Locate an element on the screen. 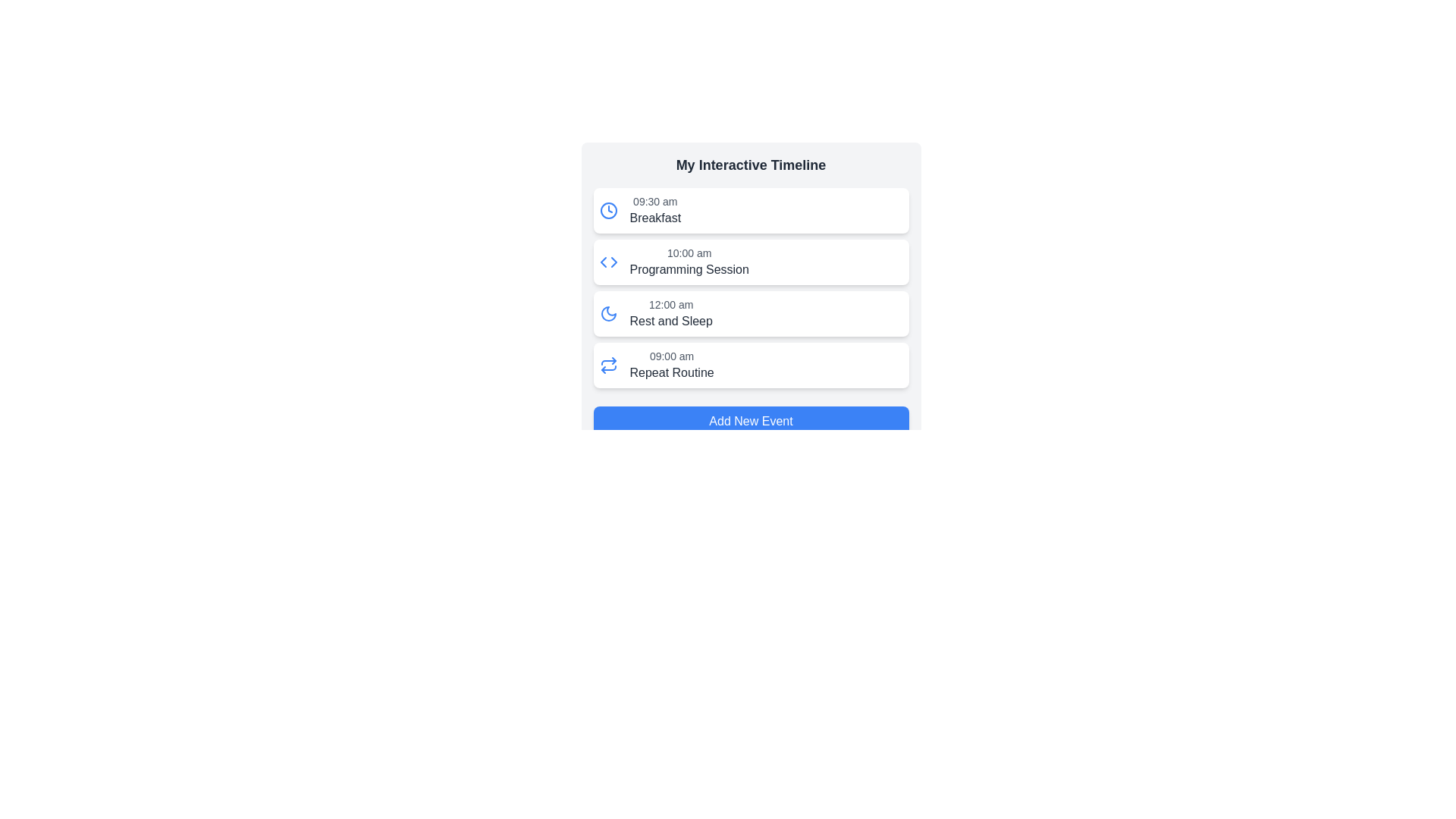  the text label displaying '09:30 am' located at the top-left corner of the 'Breakfast' card, adjacent to the clock icon is located at coordinates (655, 201).